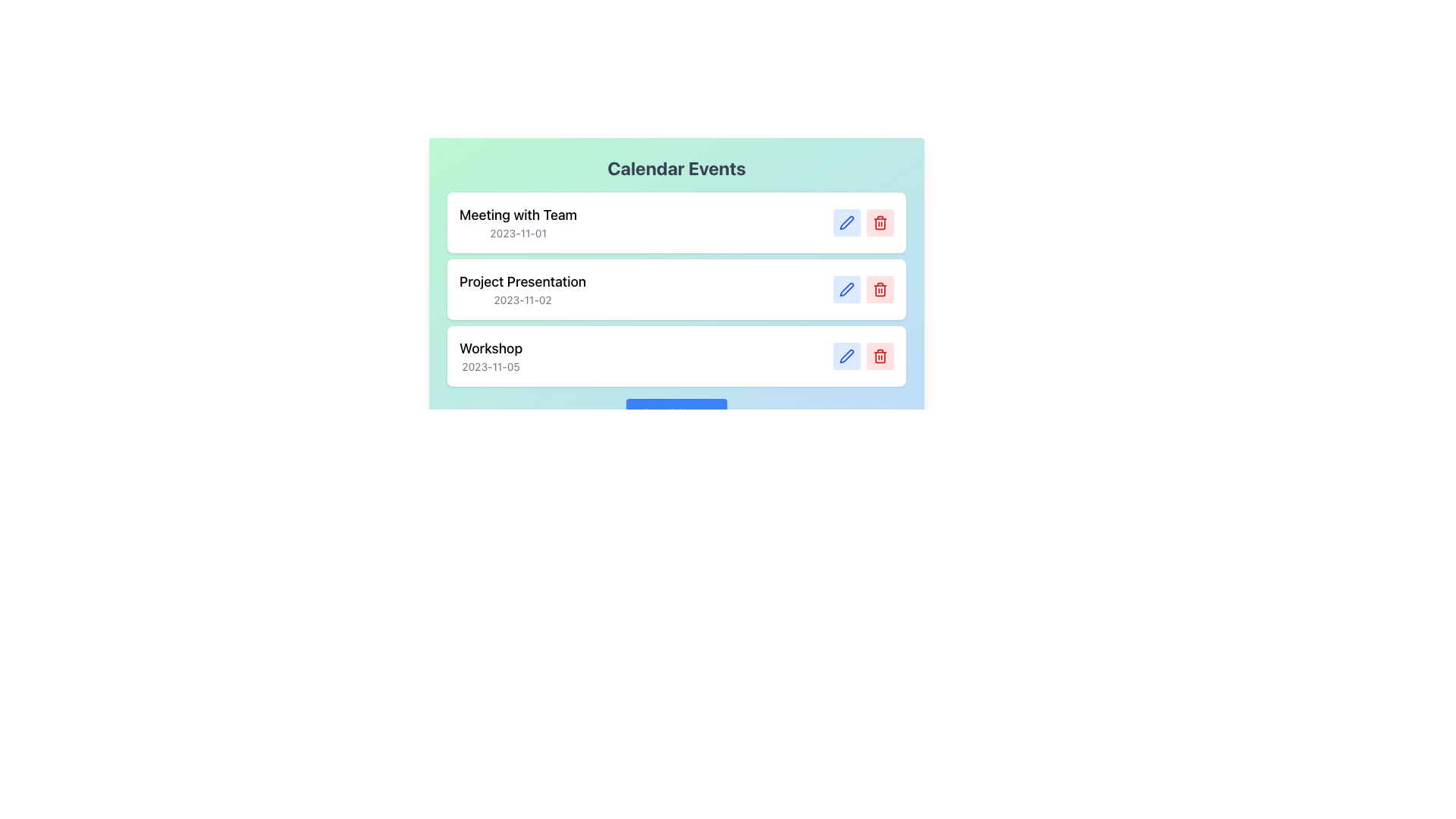 Image resolution: width=1456 pixels, height=819 pixels. What do you see at coordinates (518, 222) in the screenshot?
I see `the event title and date text content located in the first row of the calendar interface, aligned to the left` at bounding box center [518, 222].